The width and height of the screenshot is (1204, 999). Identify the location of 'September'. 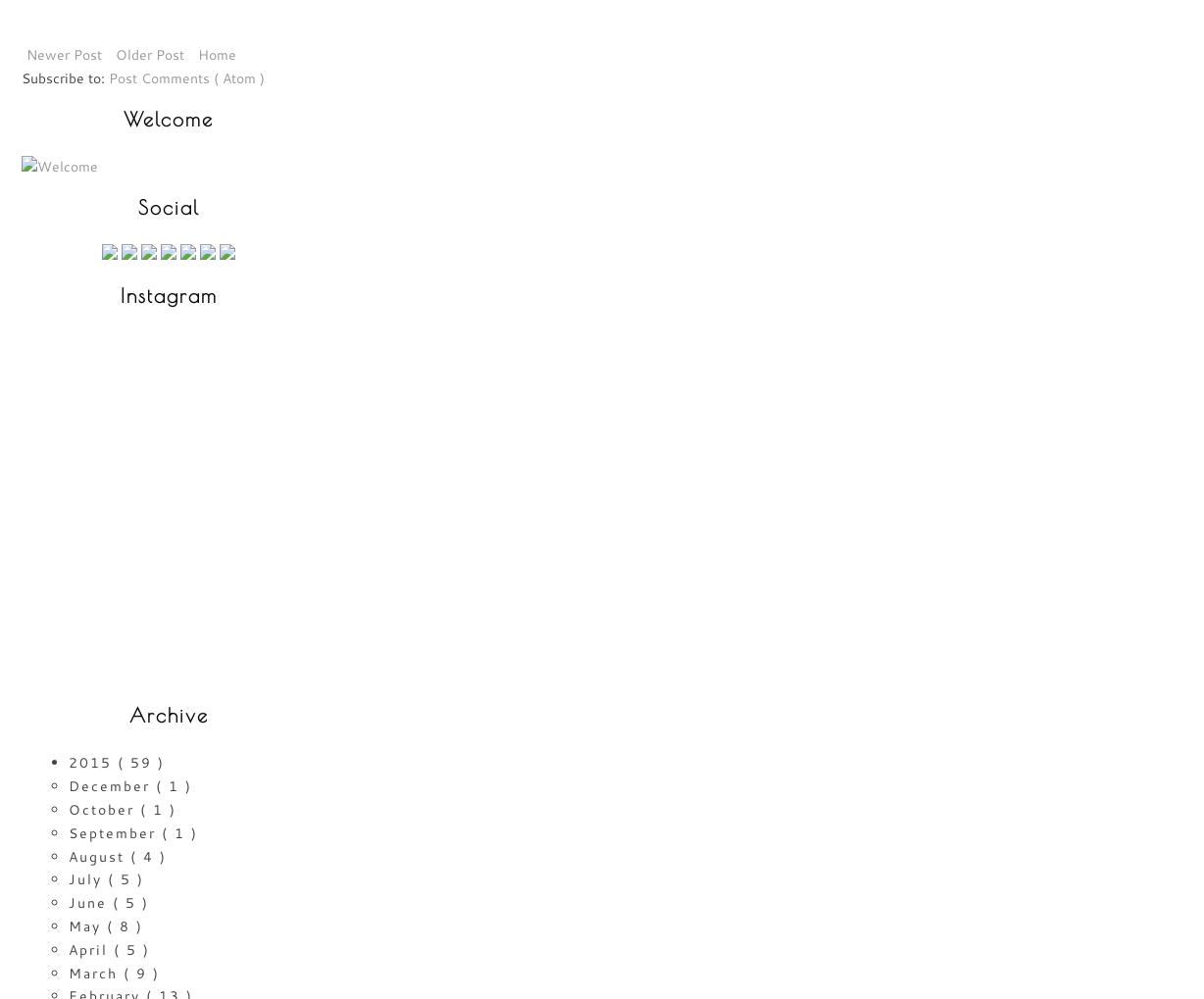
(68, 831).